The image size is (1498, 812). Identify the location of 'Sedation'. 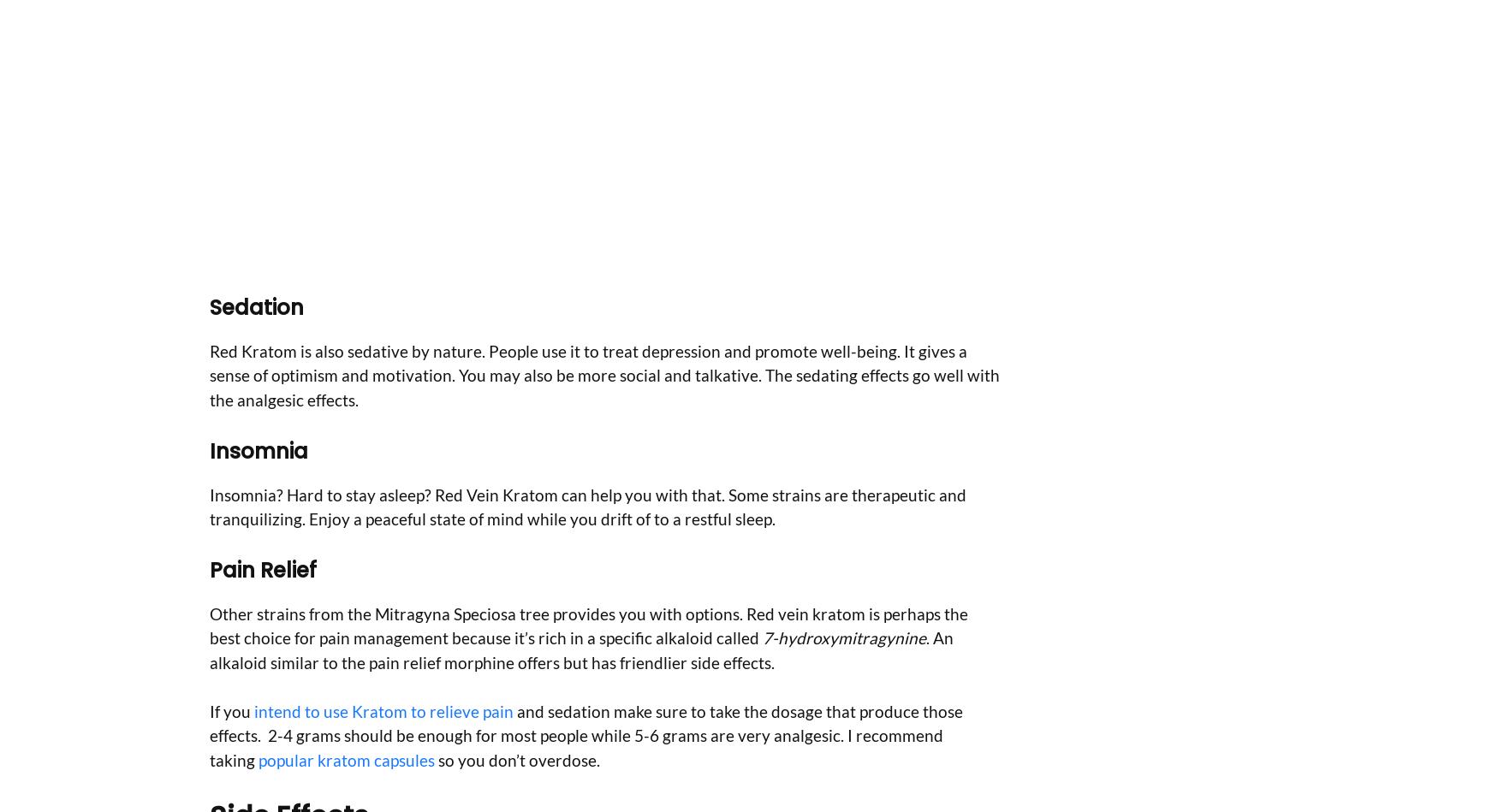
(255, 307).